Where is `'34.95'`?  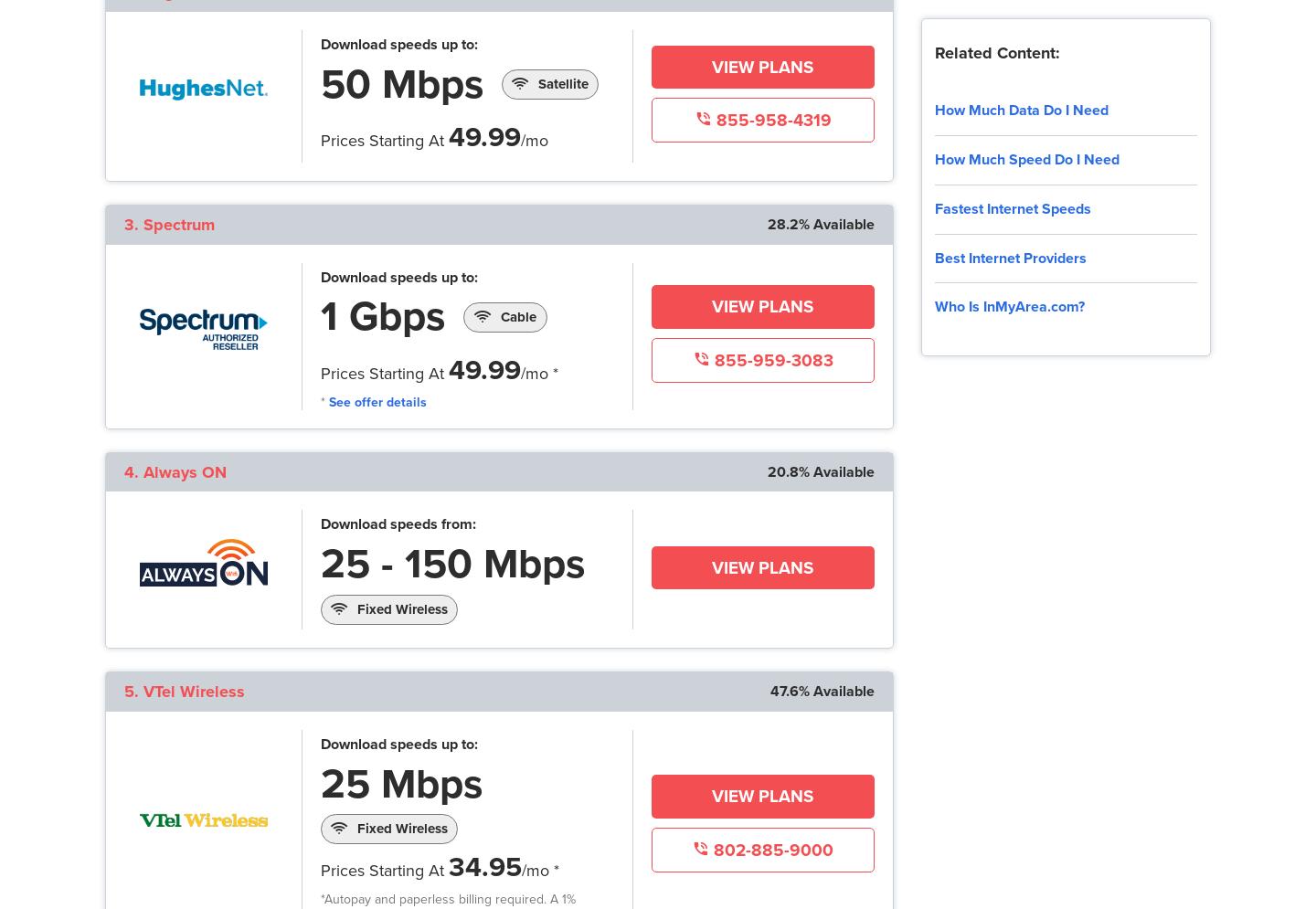
'34.95' is located at coordinates (484, 867).